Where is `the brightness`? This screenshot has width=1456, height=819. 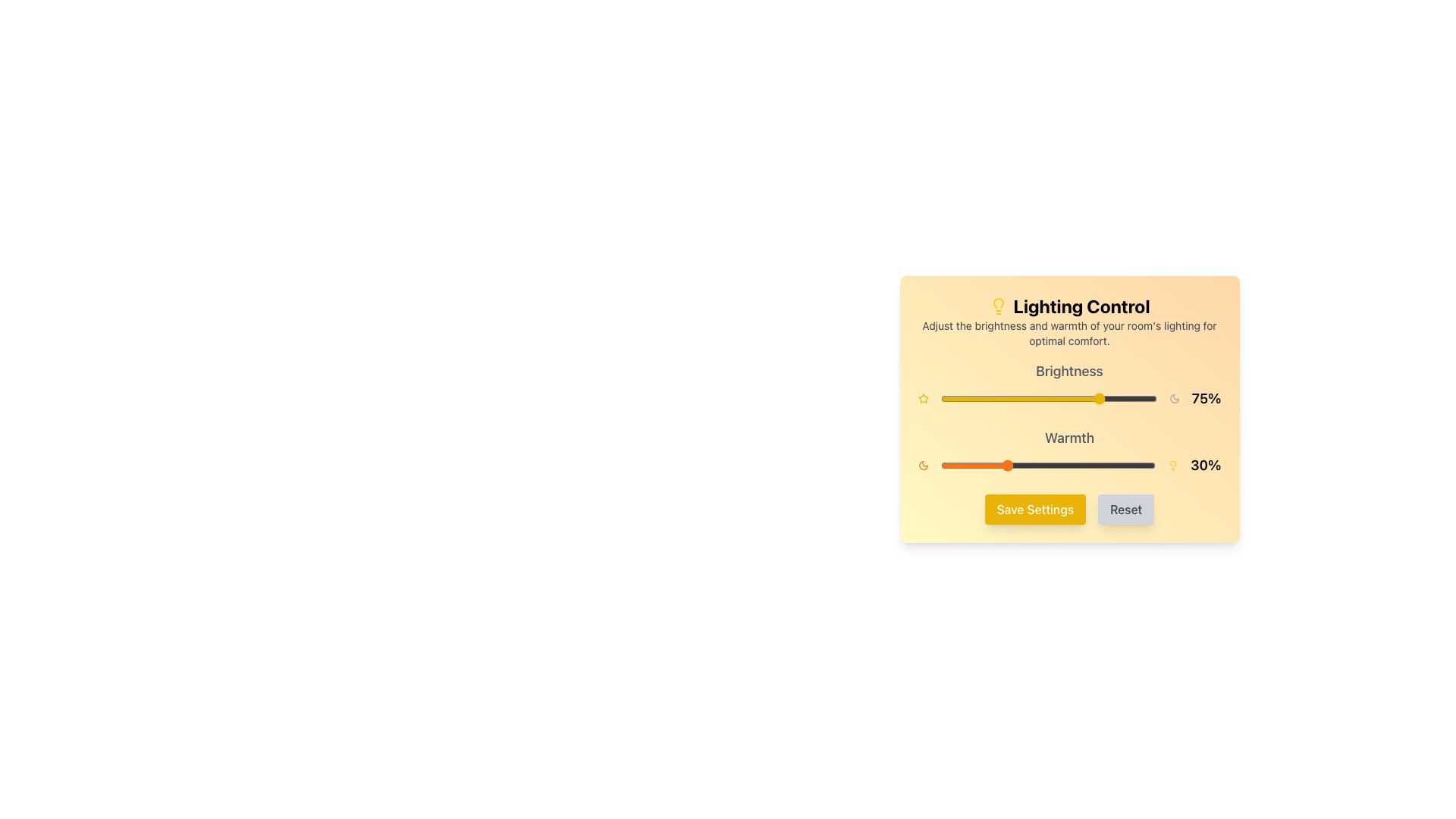 the brightness is located at coordinates (973, 397).